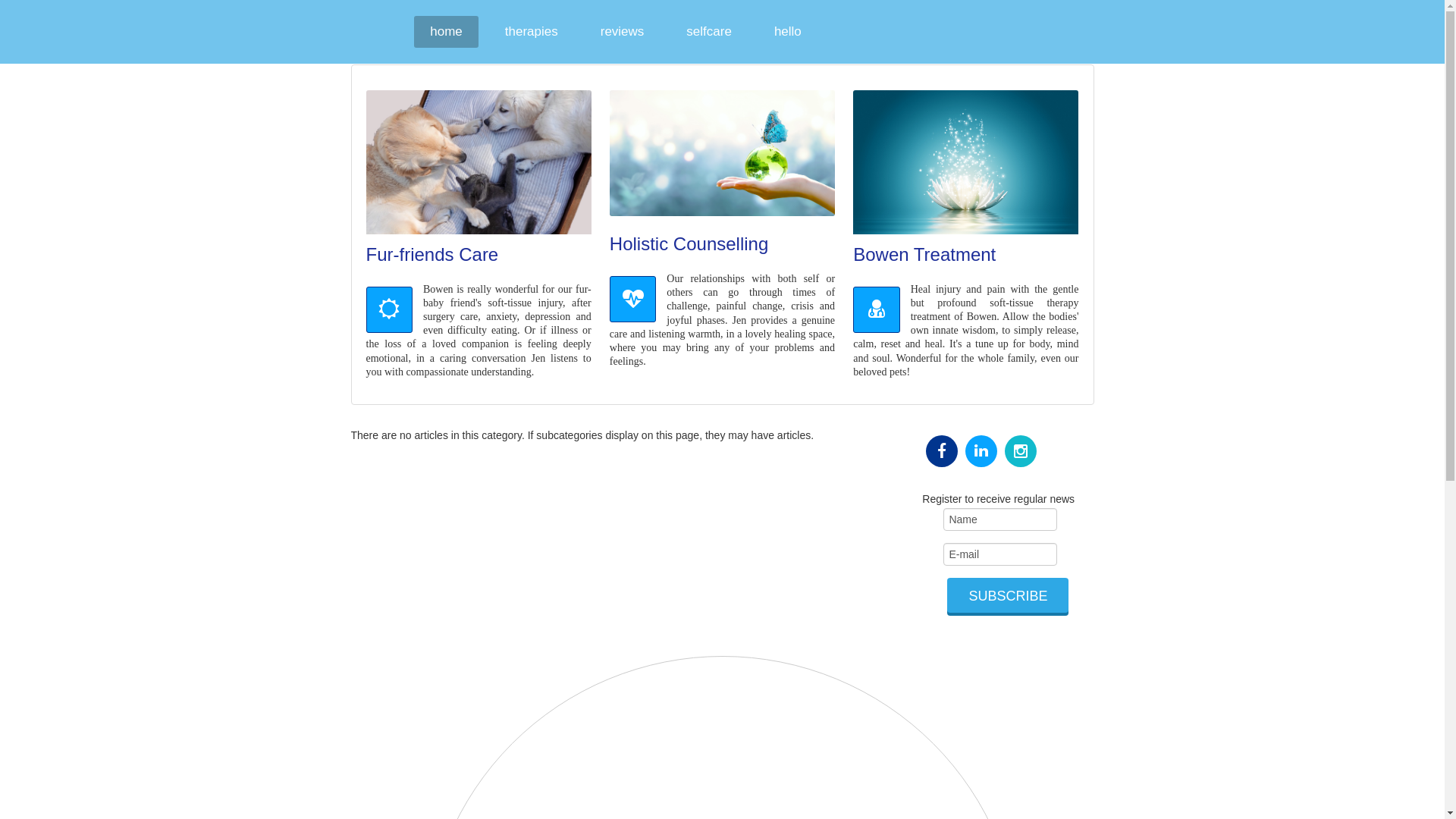  Describe the element at coordinates (584, 32) in the screenshot. I see `'reviews'` at that location.